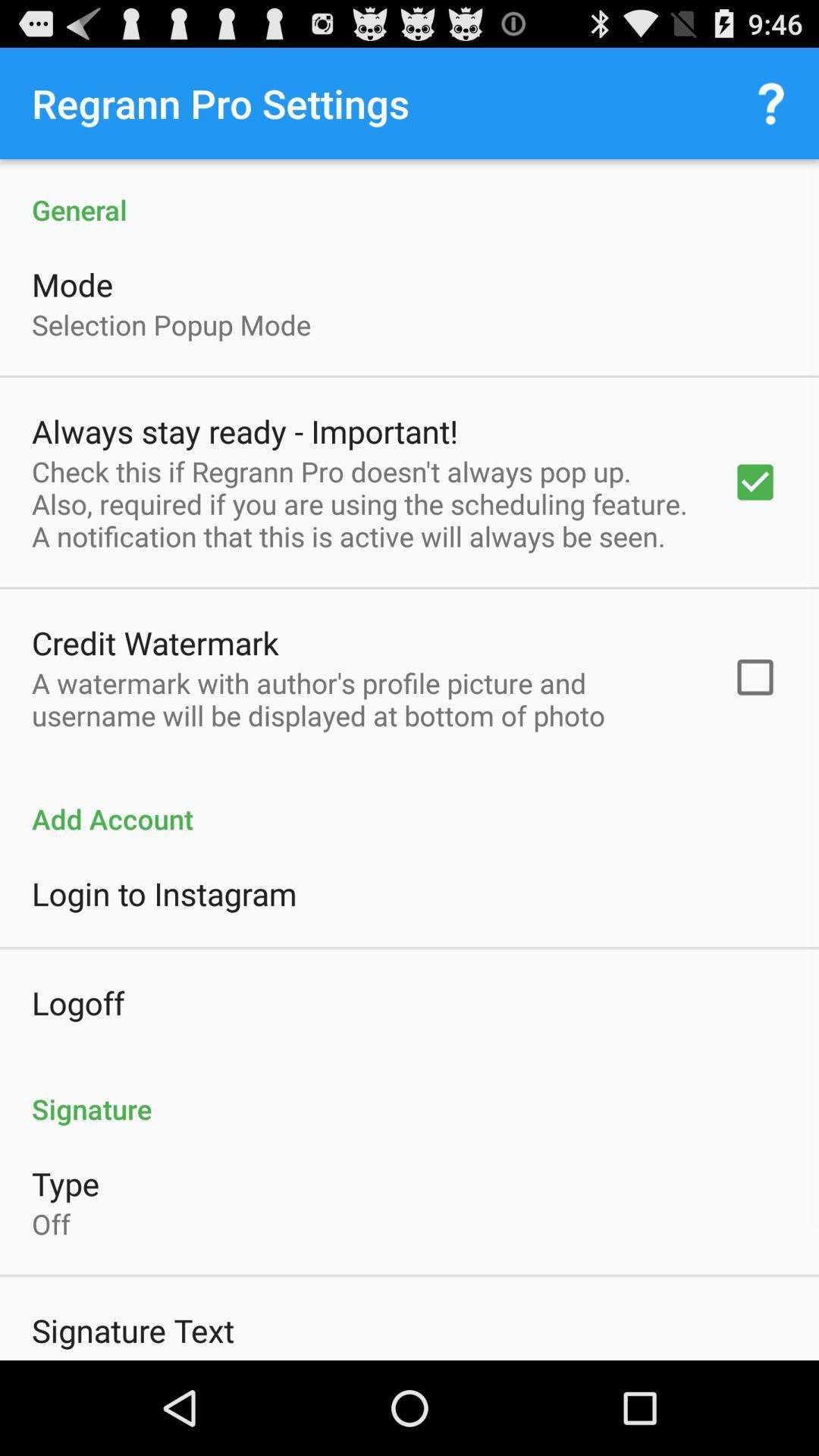 Image resolution: width=819 pixels, height=1456 pixels. Describe the element at coordinates (362, 698) in the screenshot. I see `the item below the credit watermark icon` at that location.